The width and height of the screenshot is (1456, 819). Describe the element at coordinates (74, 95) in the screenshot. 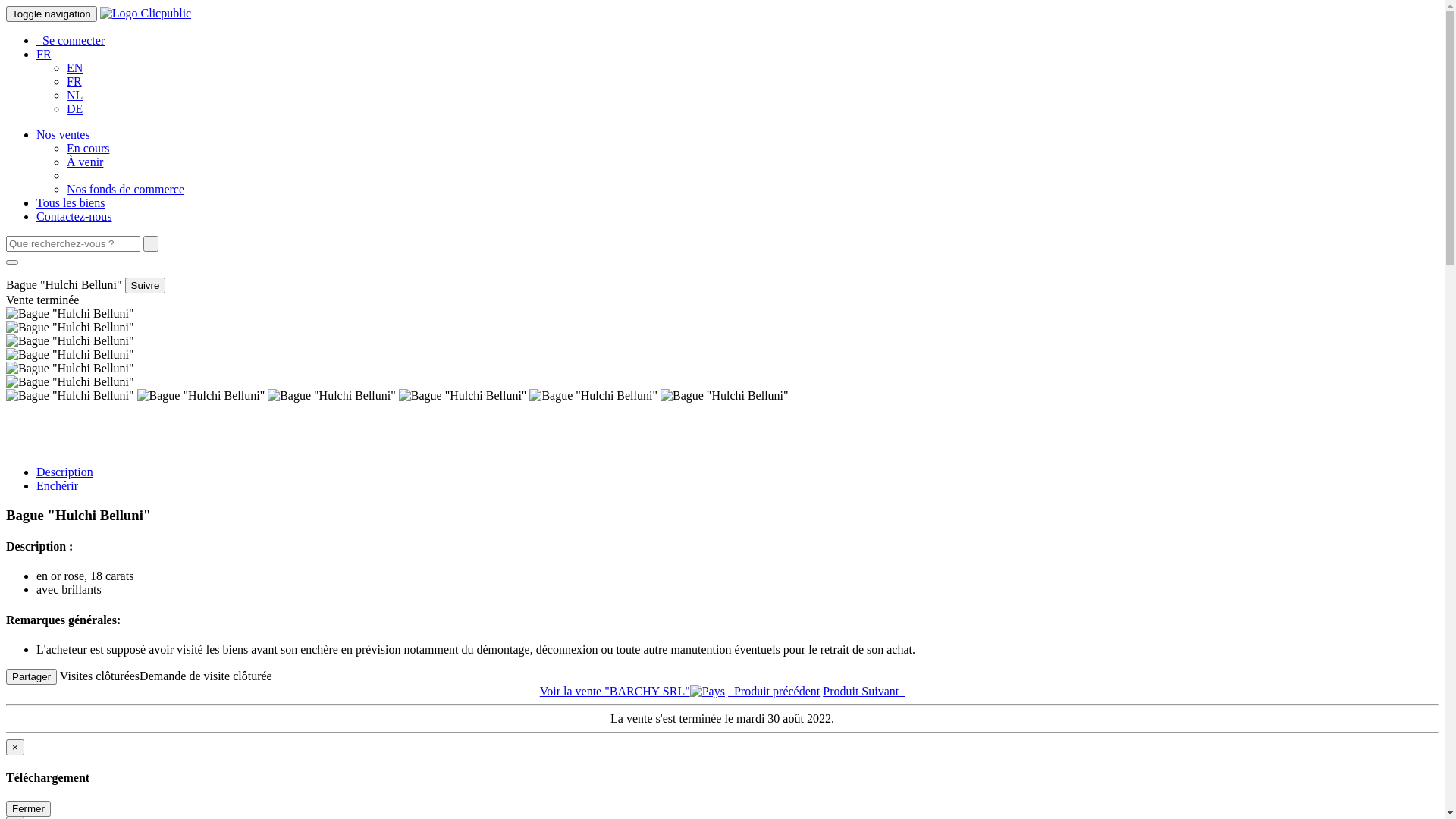

I see `'NL'` at that location.